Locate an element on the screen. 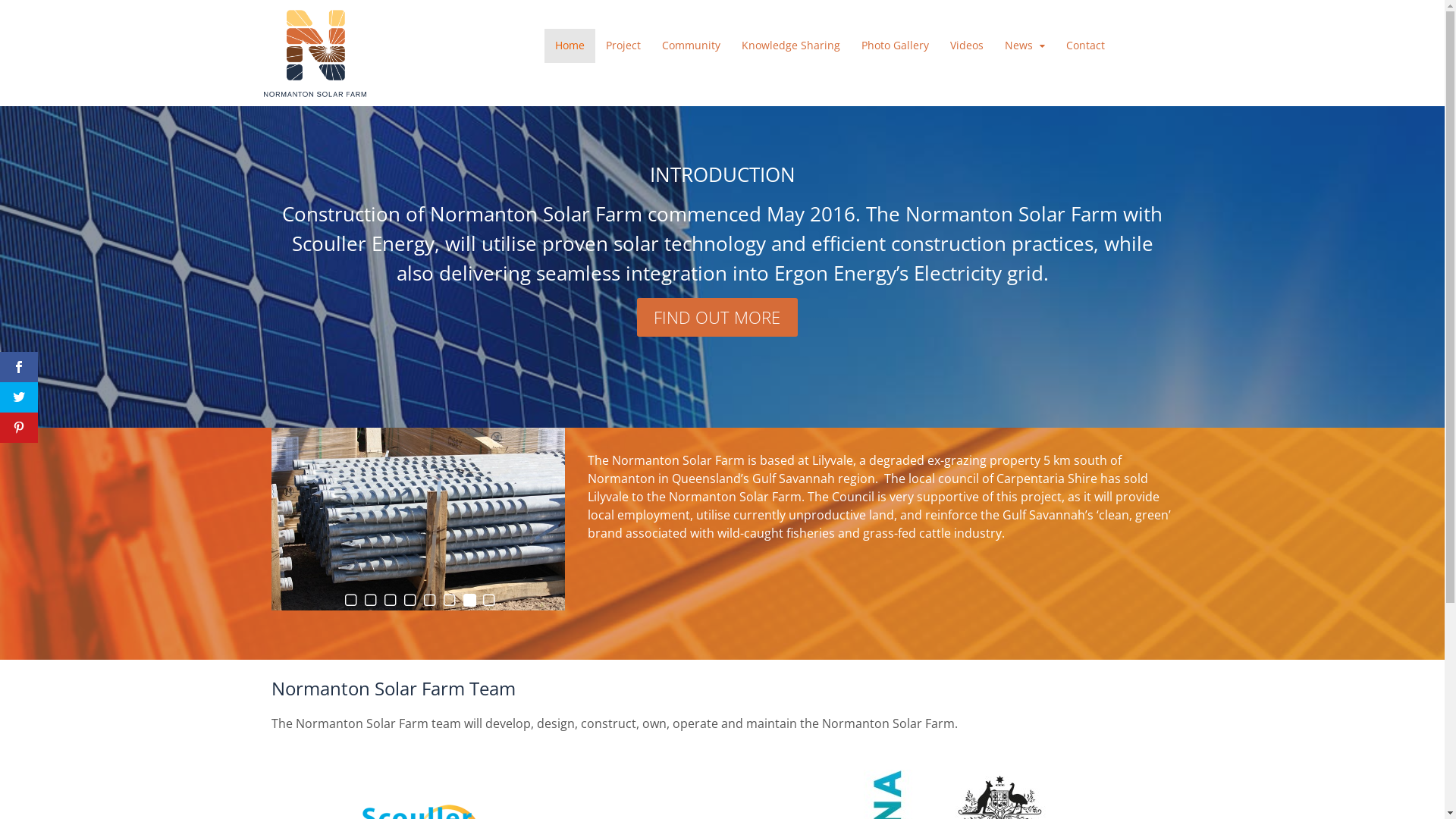 The image size is (1456, 819). 'Community' is located at coordinates (690, 45).